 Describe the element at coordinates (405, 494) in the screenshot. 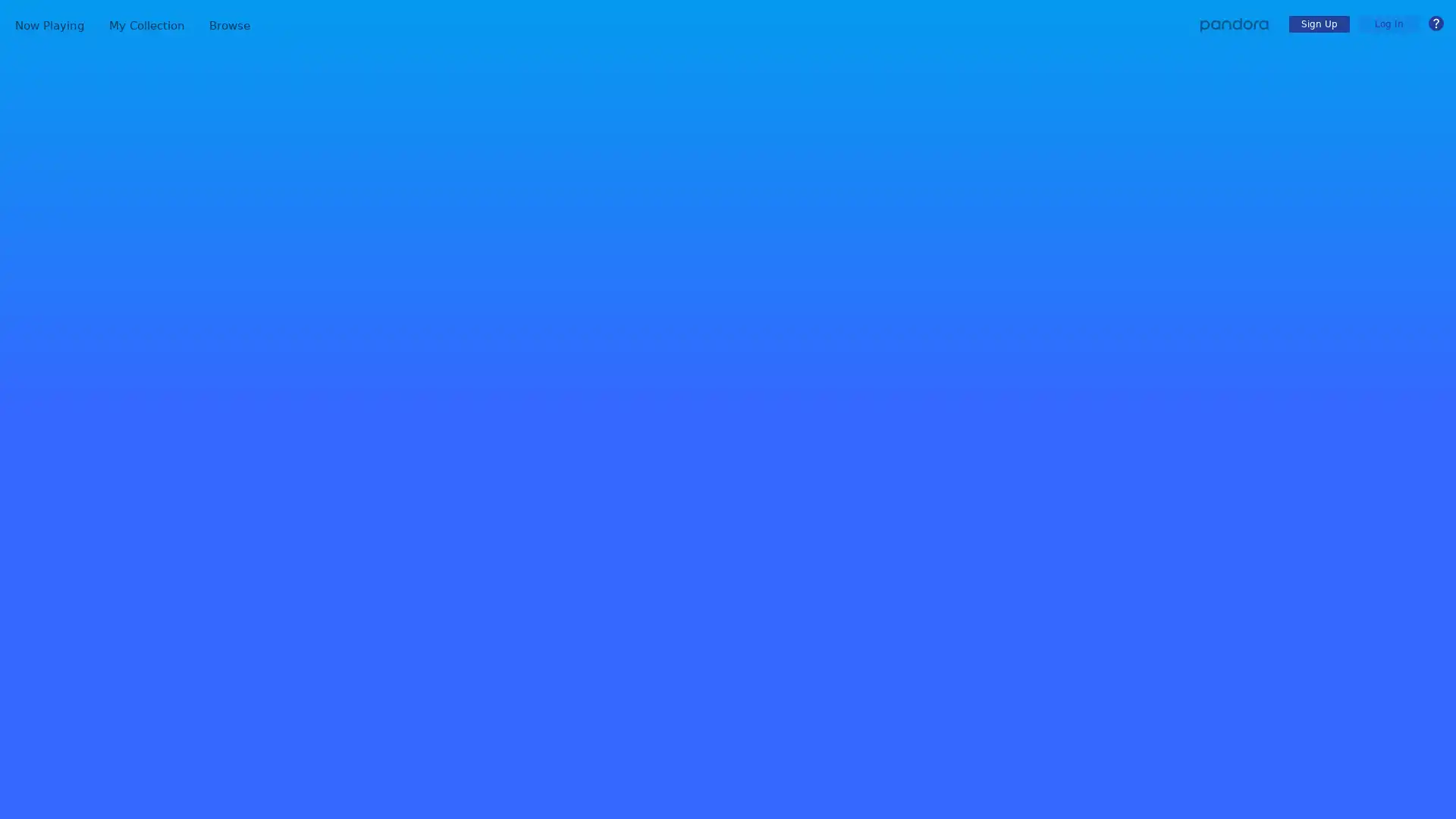

I see `Share` at that location.